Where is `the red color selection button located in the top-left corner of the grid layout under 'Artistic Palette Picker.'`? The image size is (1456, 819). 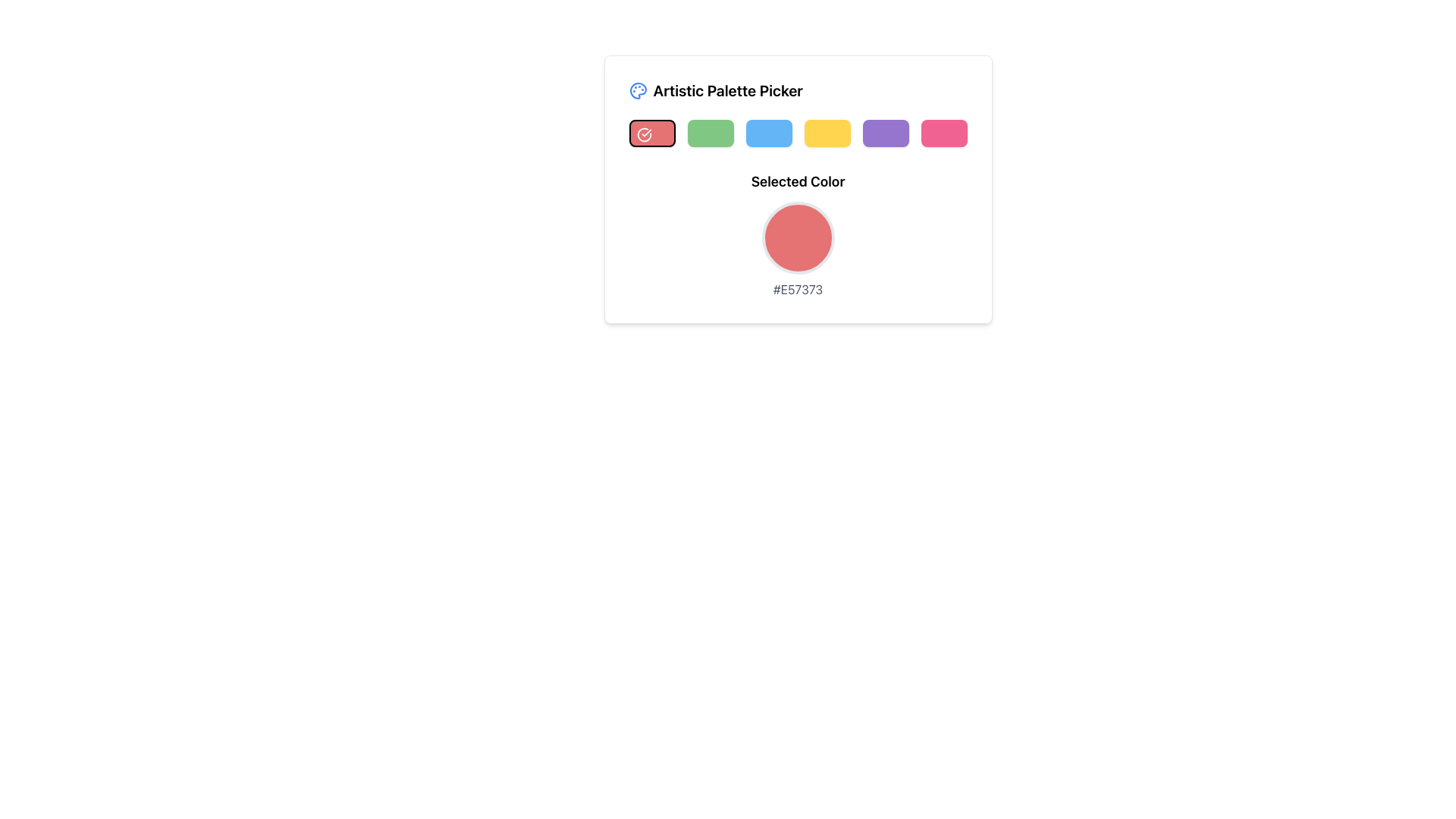 the red color selection button located in the top-left corner of the grid layout under 'Artistic Palette Picker.' is located at coordinates (651, 133).